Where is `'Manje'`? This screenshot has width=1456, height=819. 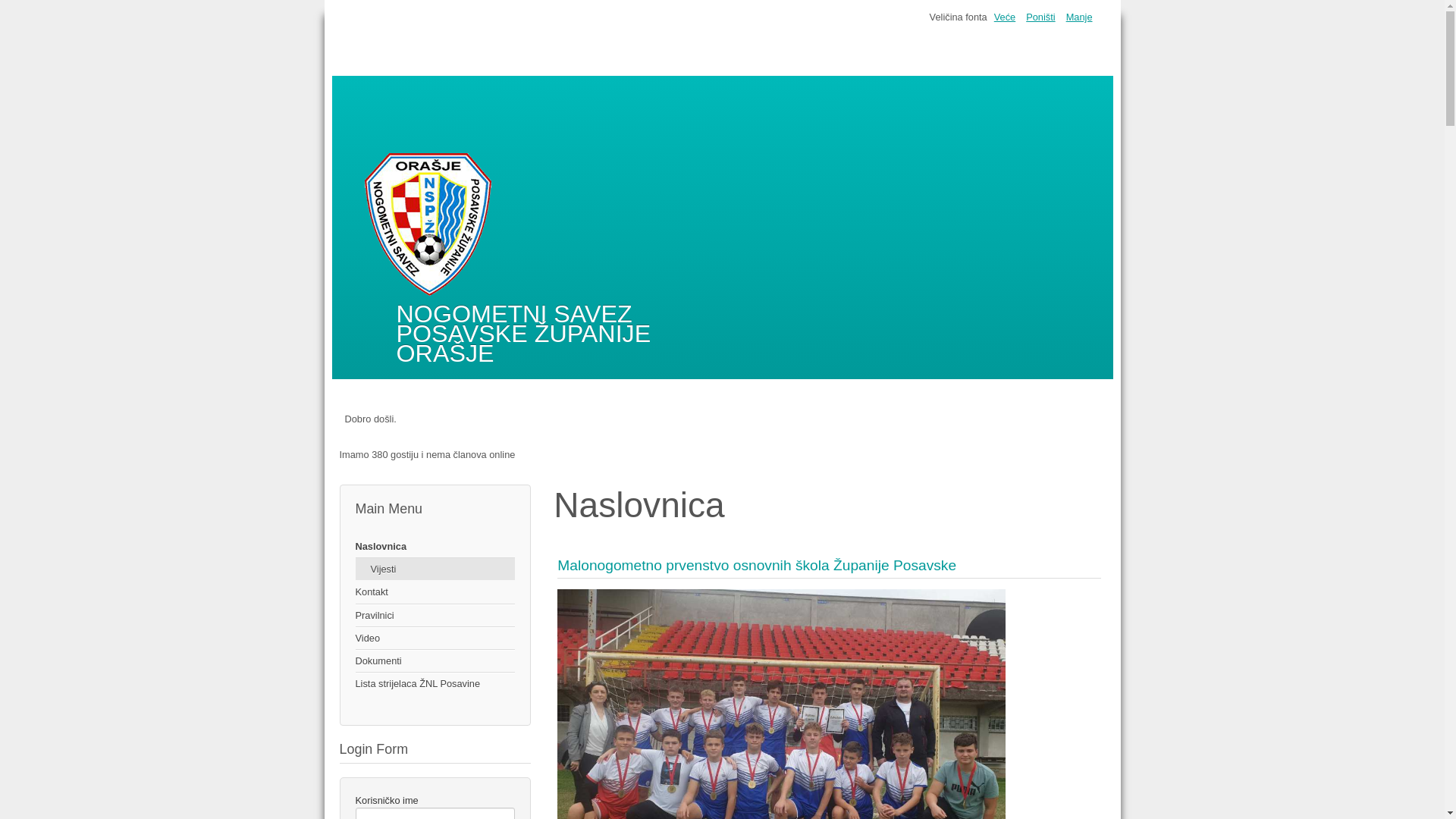 'Manje' is located at coordinates (1078, 17).